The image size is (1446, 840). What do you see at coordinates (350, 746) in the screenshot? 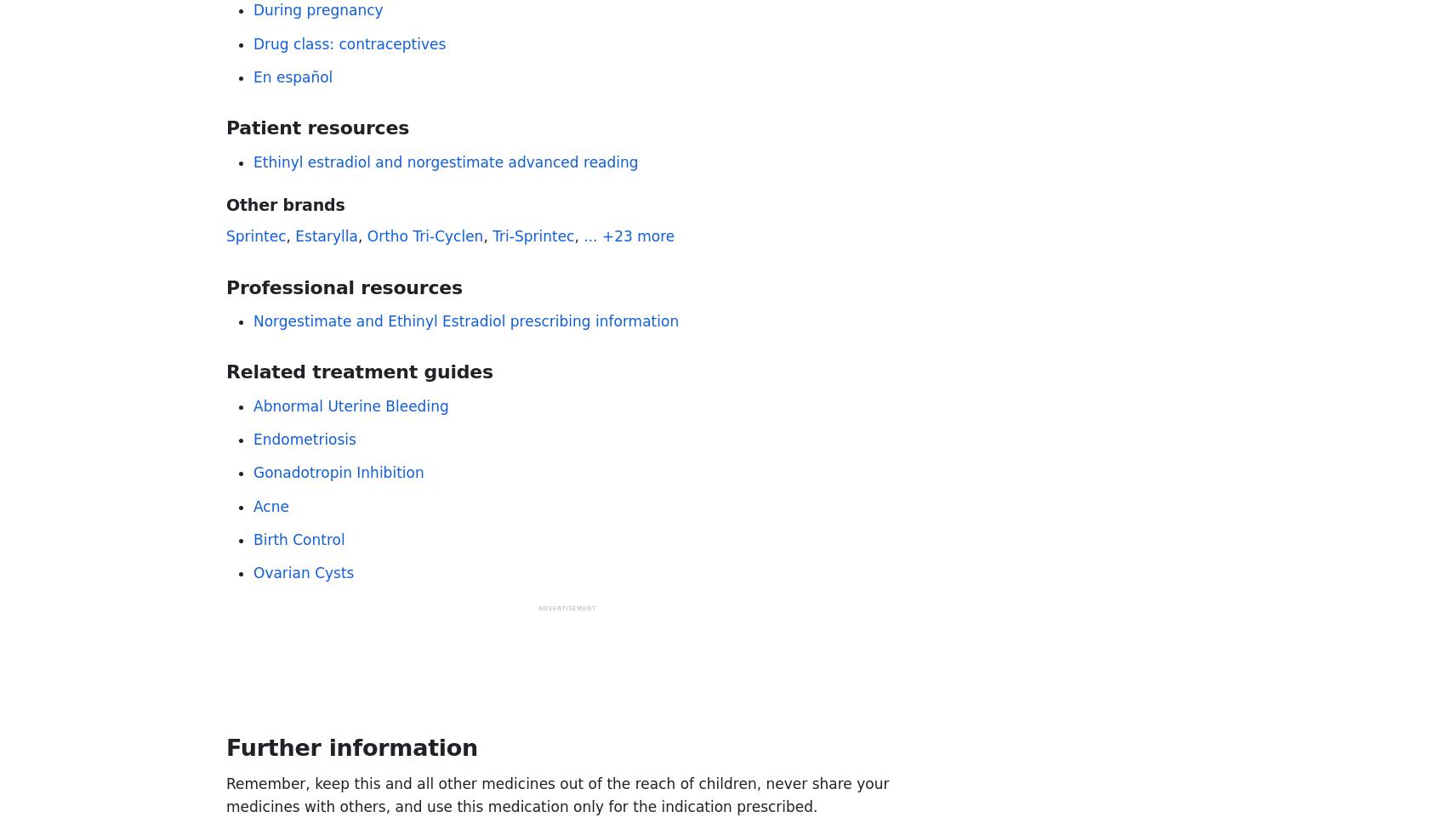
I see `'Further information'` at bounding box center [350, 746].